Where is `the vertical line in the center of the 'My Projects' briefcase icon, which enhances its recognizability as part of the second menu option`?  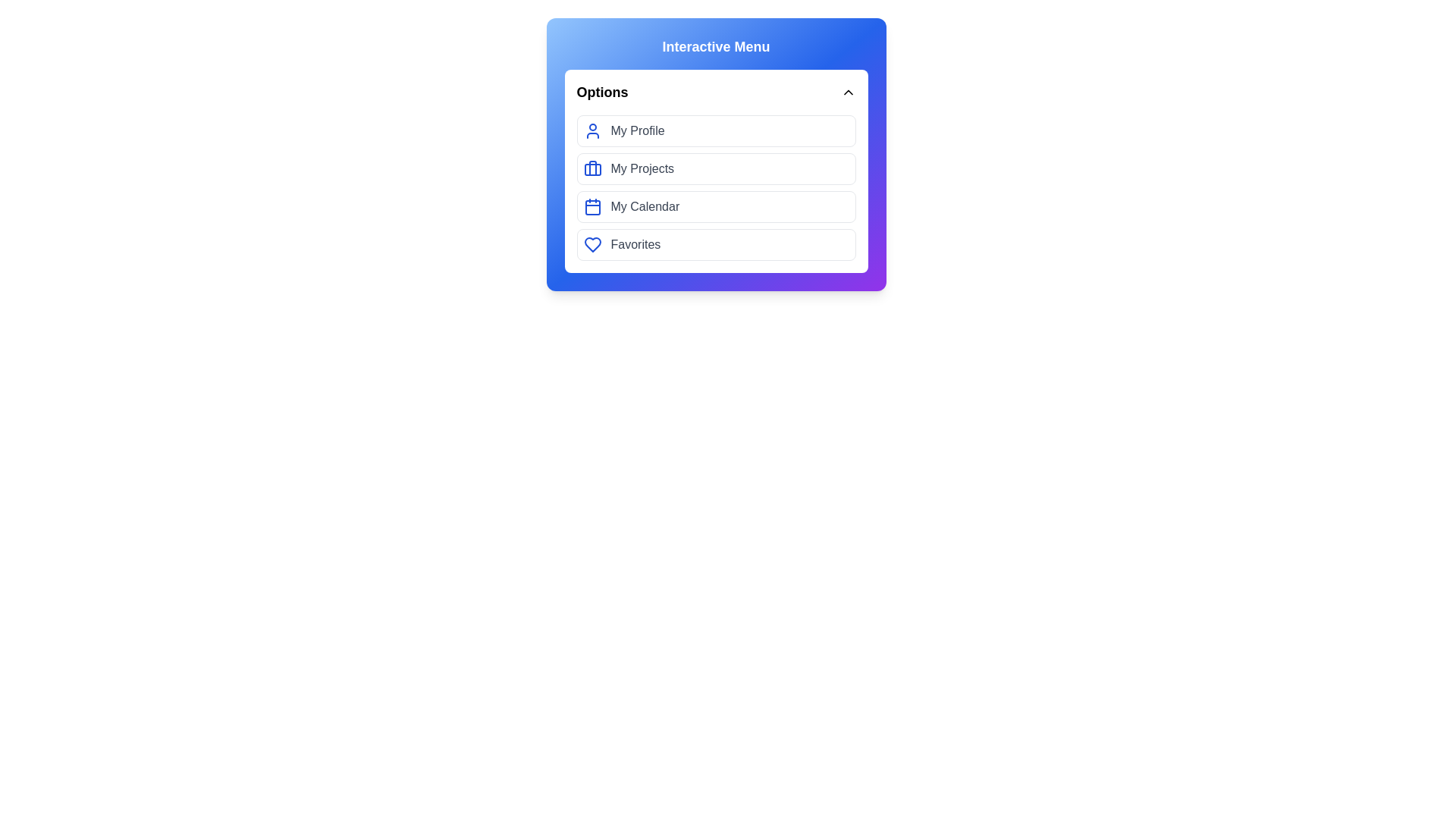
the vertical line in the center of the 'My Projects' briefcase icon, which enhances its recognizability as part of the second menu option is located at coordinates (591, 168).